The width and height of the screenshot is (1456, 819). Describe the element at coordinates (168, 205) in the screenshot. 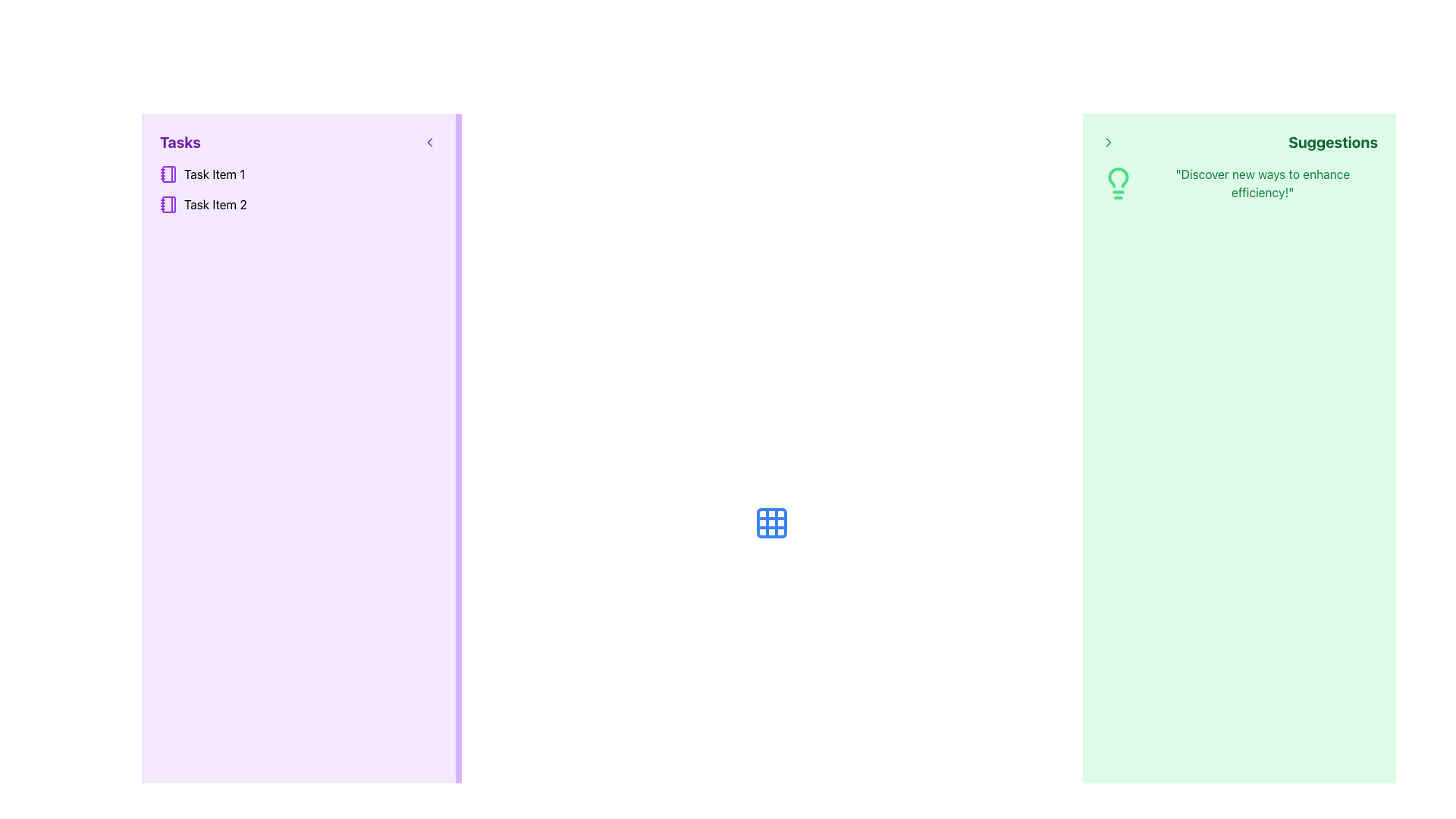

I see `the inner rectangular section of the notebook icon located in the left panel, which visually indicates a task or note-related item` at that location.